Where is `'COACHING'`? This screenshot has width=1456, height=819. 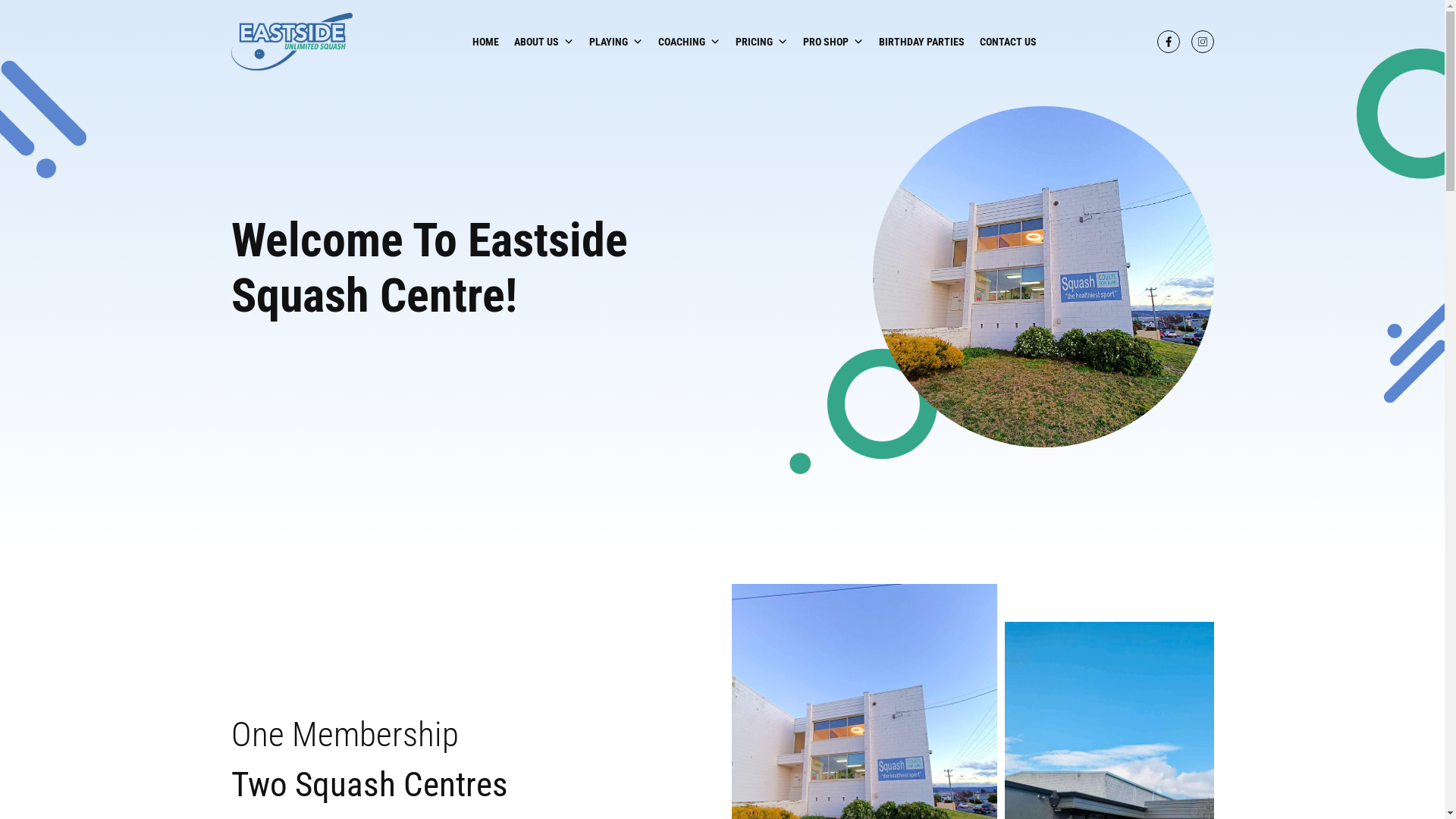 'COACHING' is located at coordinates (688, 40).